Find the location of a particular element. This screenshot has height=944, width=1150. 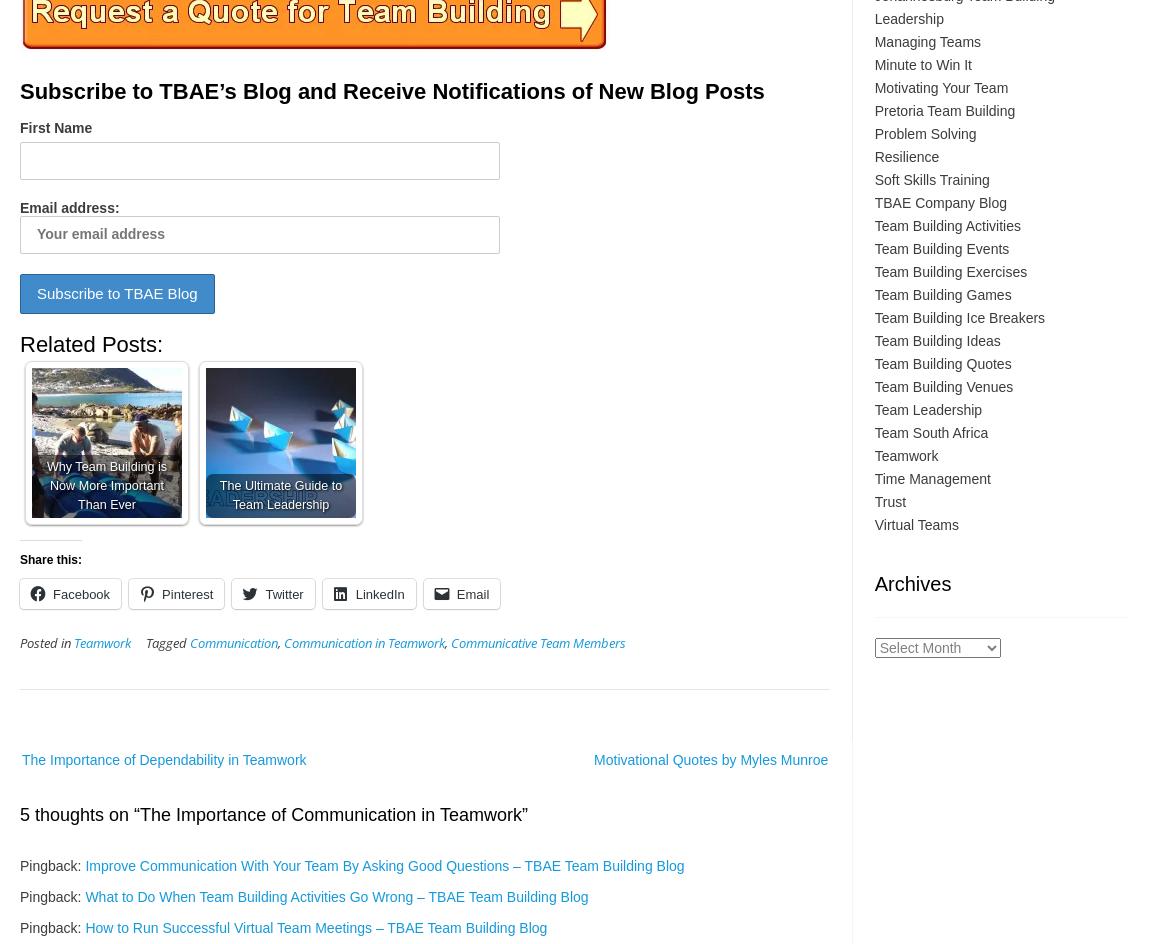

'Managing Teams' is located at coordinates (927, 40).